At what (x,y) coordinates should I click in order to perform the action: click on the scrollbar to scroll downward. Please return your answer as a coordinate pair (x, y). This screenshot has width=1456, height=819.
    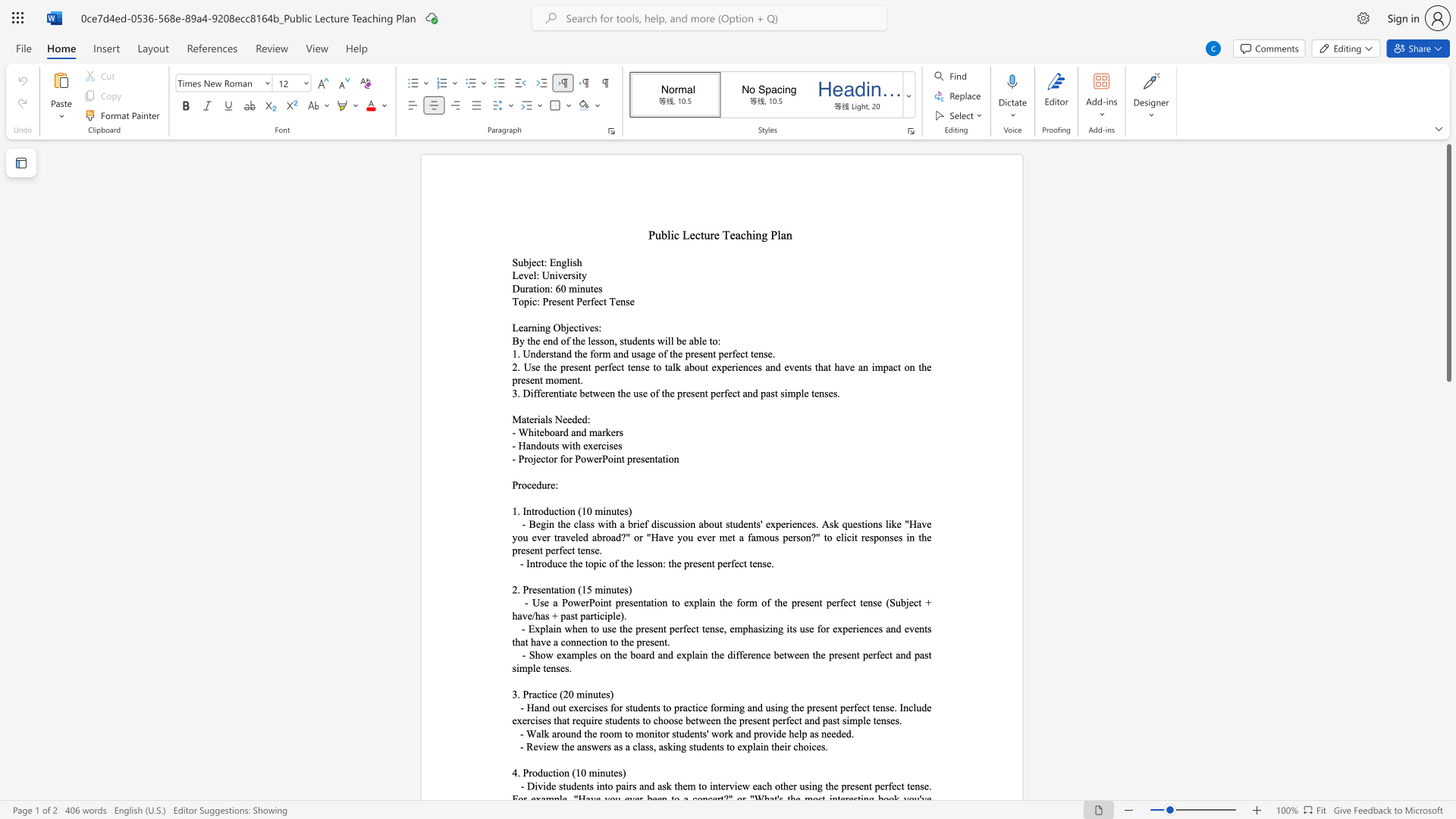
    Looking at the image, I should click on (1448, 529).